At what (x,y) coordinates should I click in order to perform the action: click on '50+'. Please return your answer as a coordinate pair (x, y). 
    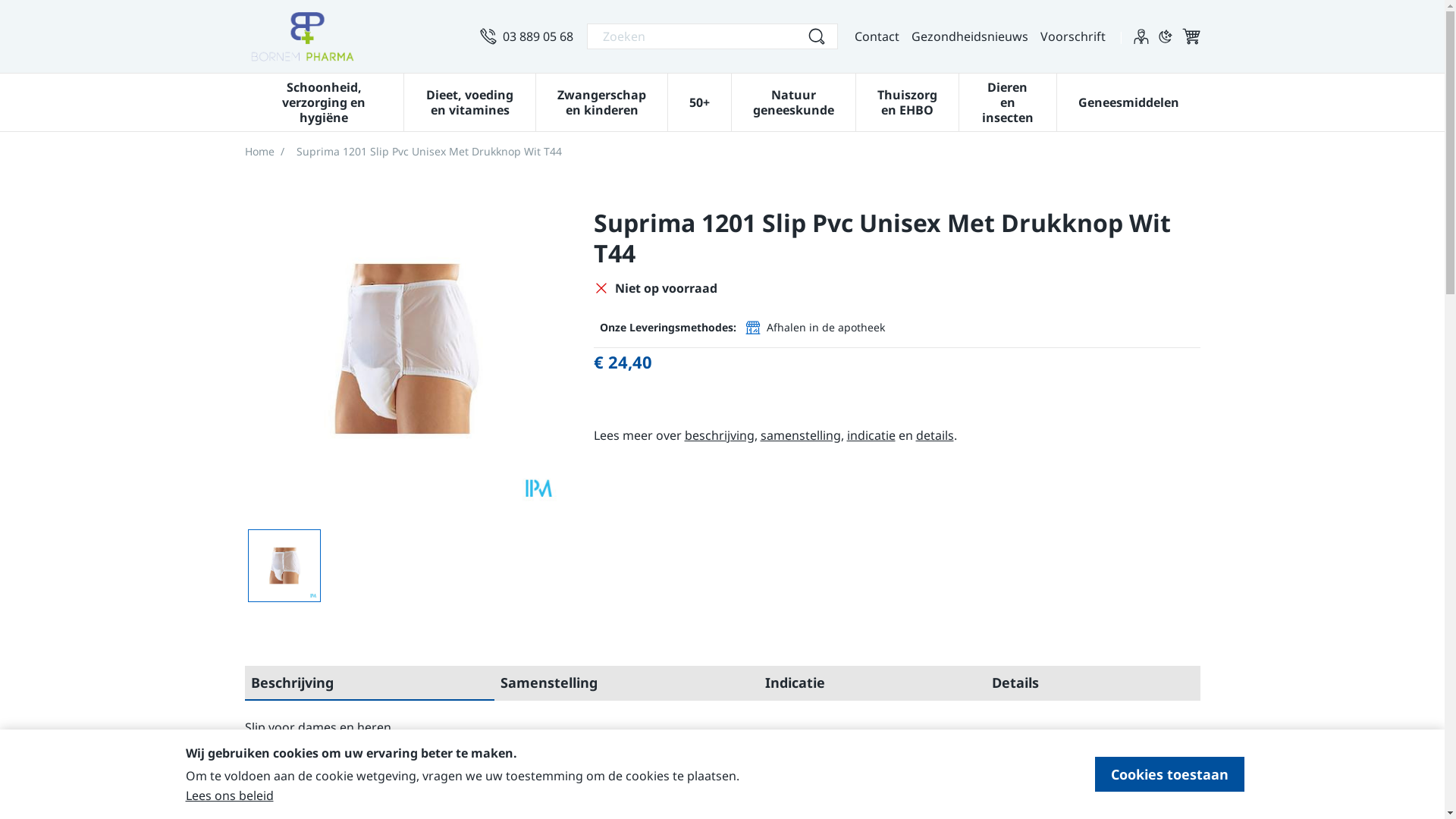
    Looking at the image, I should click on (698, 100).